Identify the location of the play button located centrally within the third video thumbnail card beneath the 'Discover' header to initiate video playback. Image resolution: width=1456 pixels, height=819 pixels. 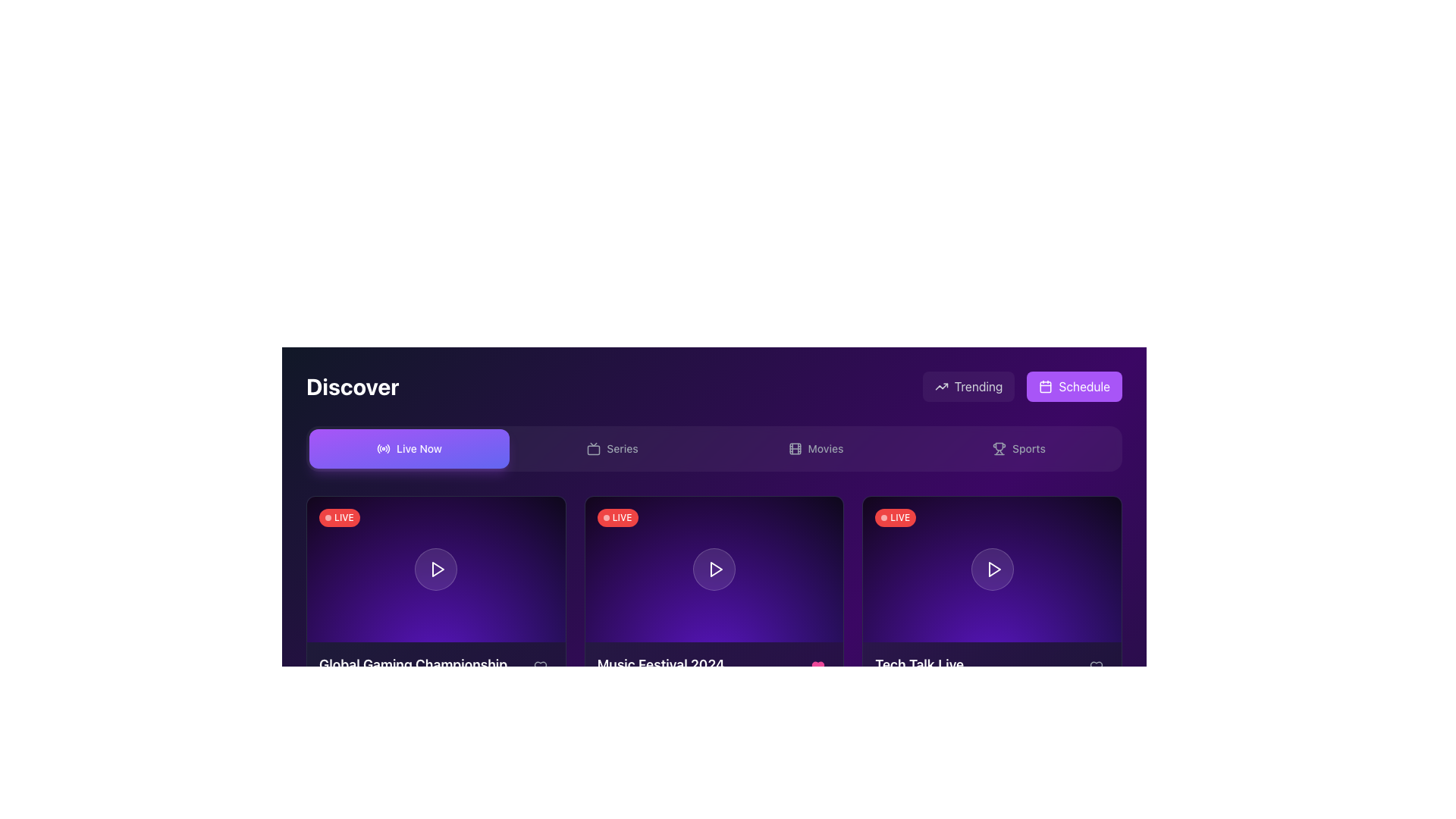
(992, 569).